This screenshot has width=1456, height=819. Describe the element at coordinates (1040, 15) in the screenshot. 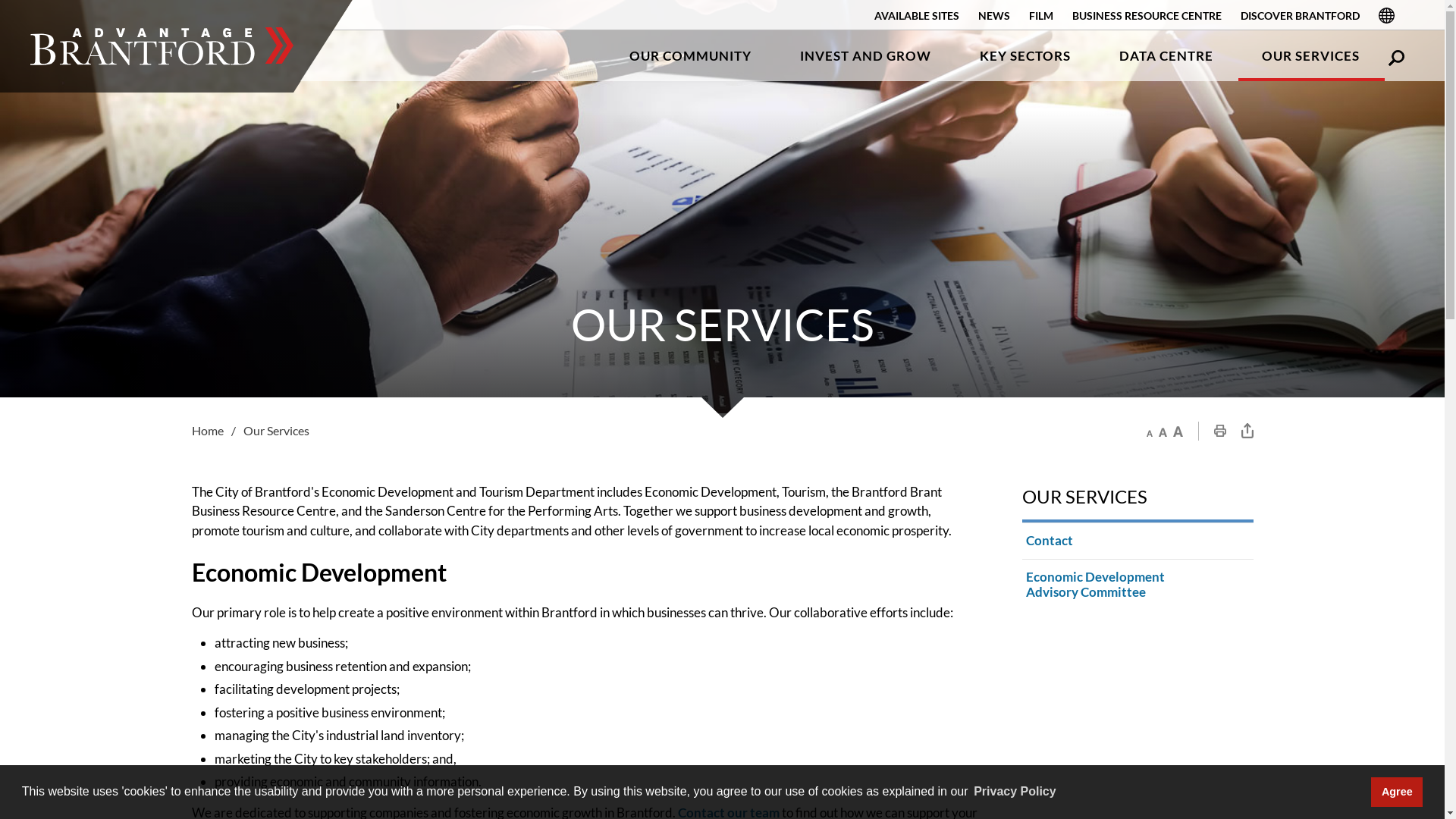

I see `'FILM'` at that location.